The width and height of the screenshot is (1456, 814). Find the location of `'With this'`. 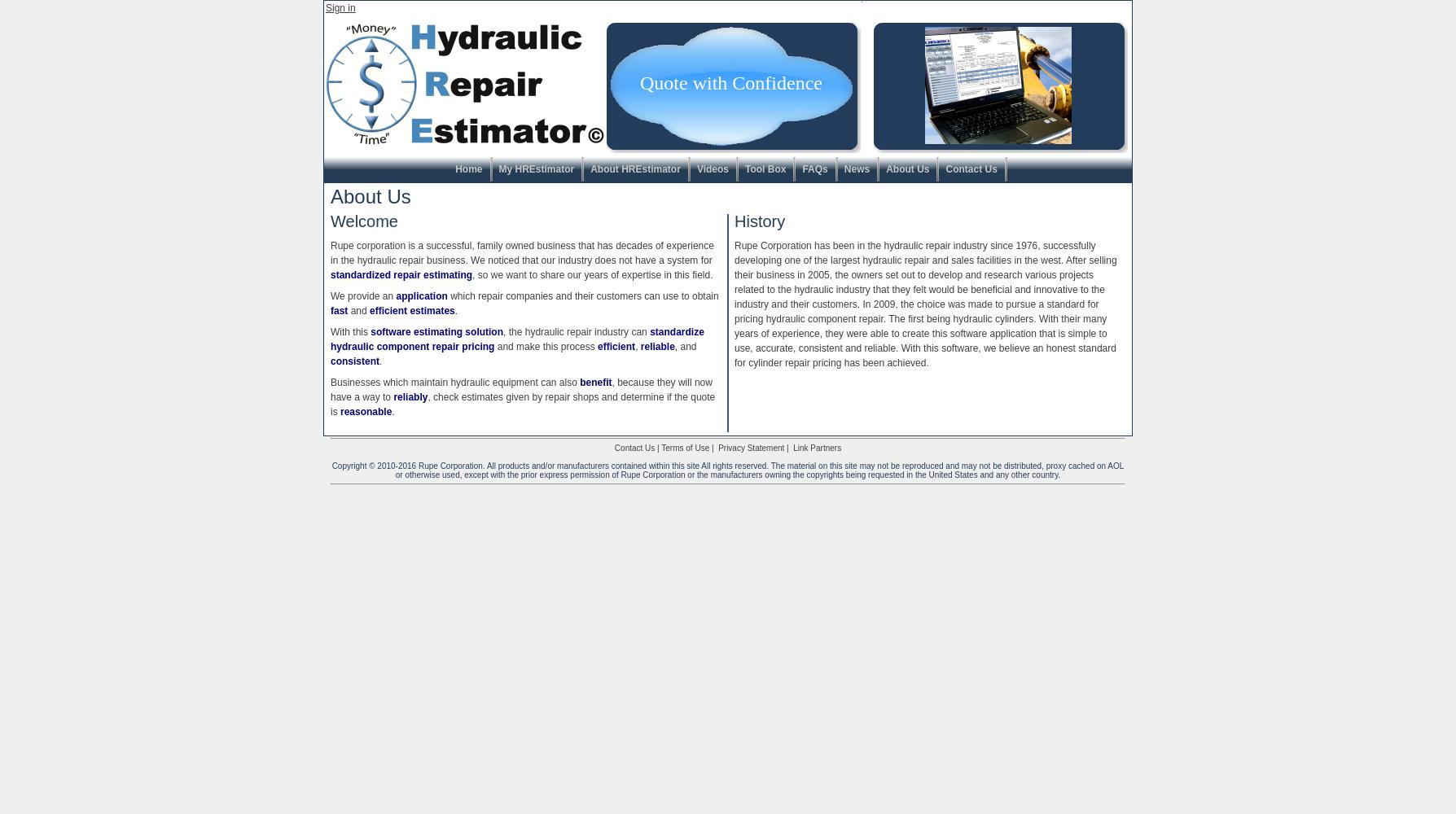

'With this' is located at coordinates (349, 332).